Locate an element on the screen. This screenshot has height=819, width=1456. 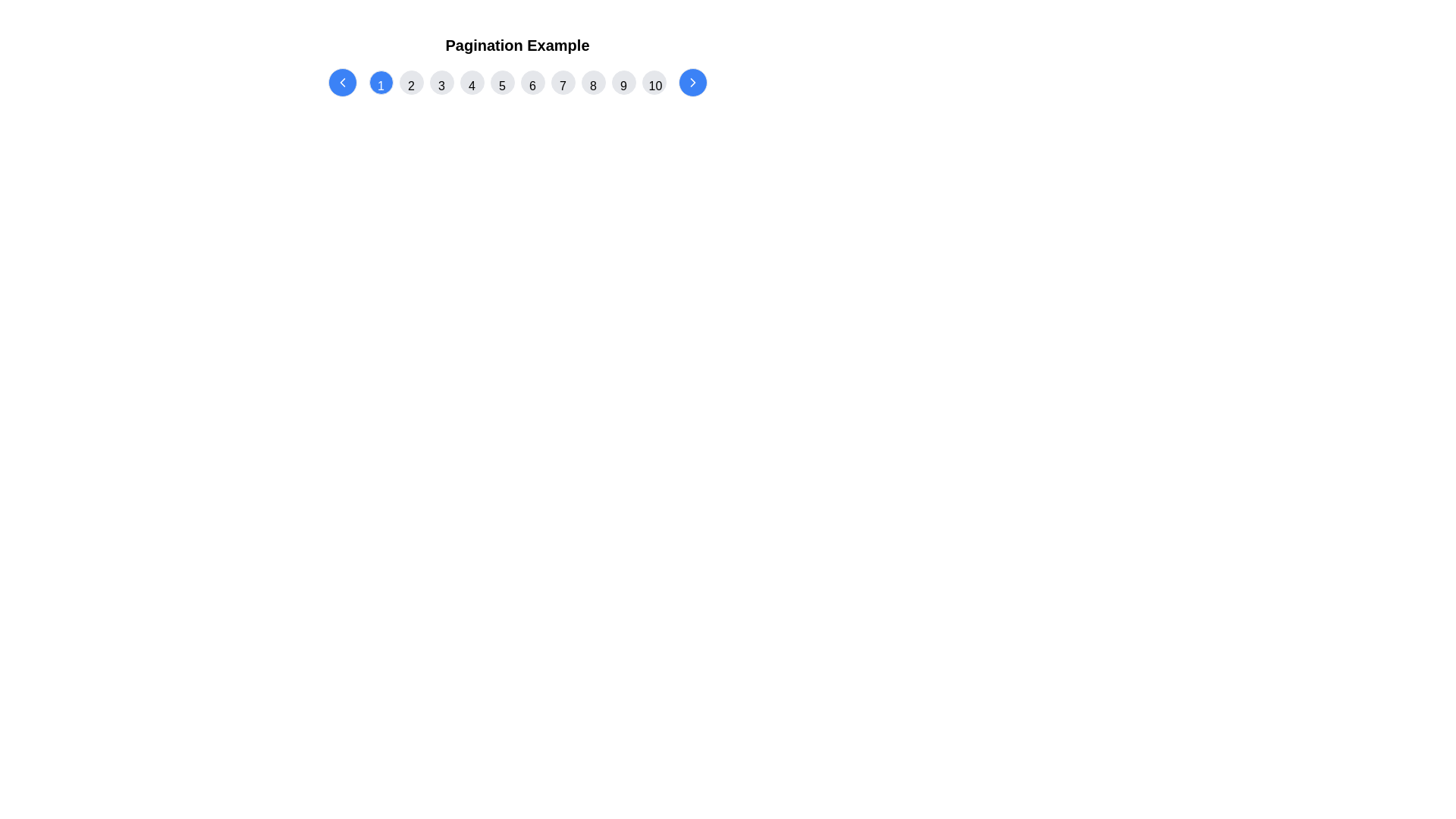
the ninth pagination button is located at coordinates (623, 82).